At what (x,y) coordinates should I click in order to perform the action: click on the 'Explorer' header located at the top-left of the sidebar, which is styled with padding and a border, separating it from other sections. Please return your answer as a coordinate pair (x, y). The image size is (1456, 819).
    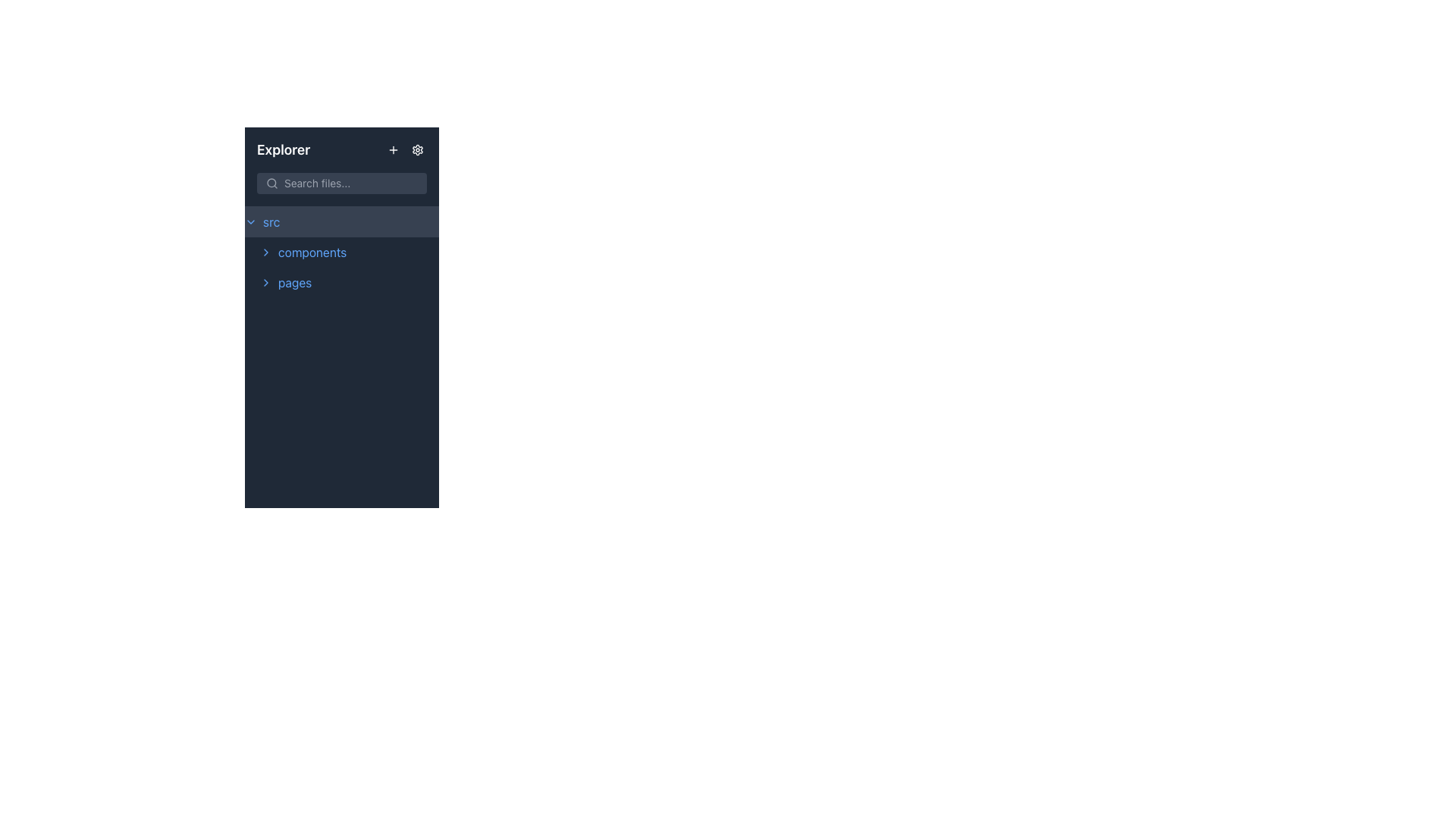
    Looking at the image, I should click on (341, 167).